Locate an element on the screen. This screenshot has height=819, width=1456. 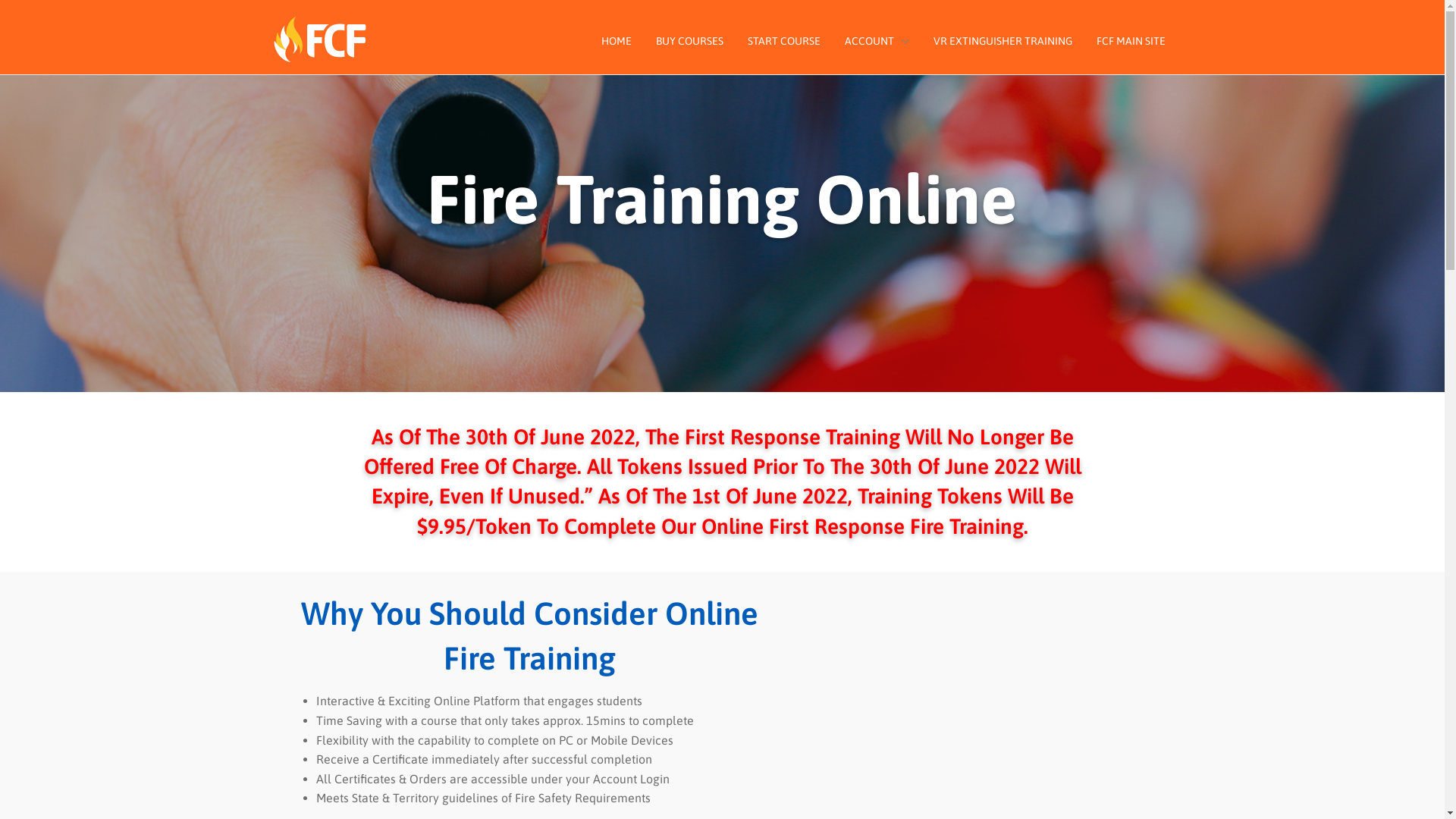
'HOME' is located at coordinates (615, 39).